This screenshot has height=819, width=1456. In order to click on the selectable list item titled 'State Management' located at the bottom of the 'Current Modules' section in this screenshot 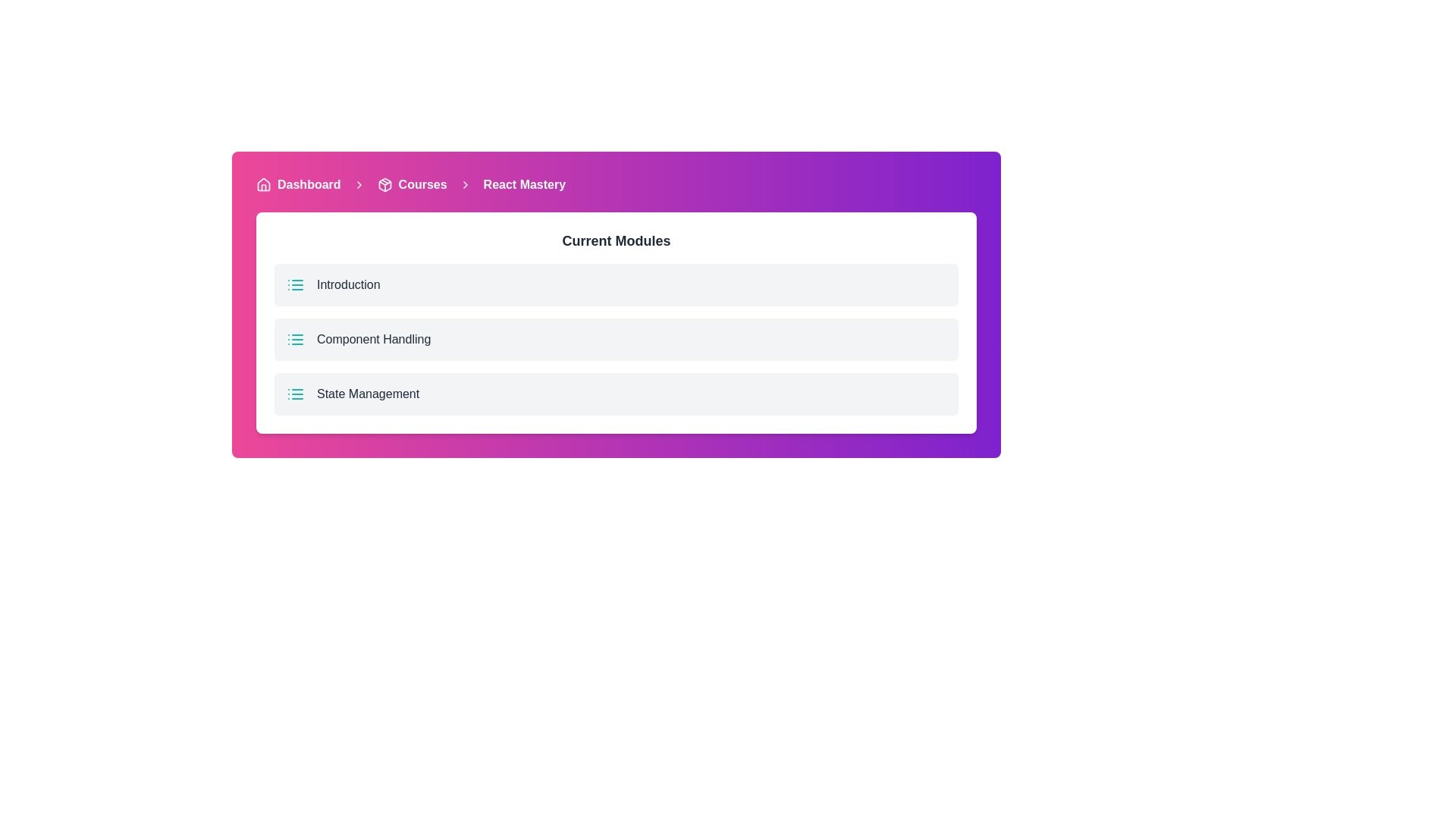, I will do `click(616, 394)`.